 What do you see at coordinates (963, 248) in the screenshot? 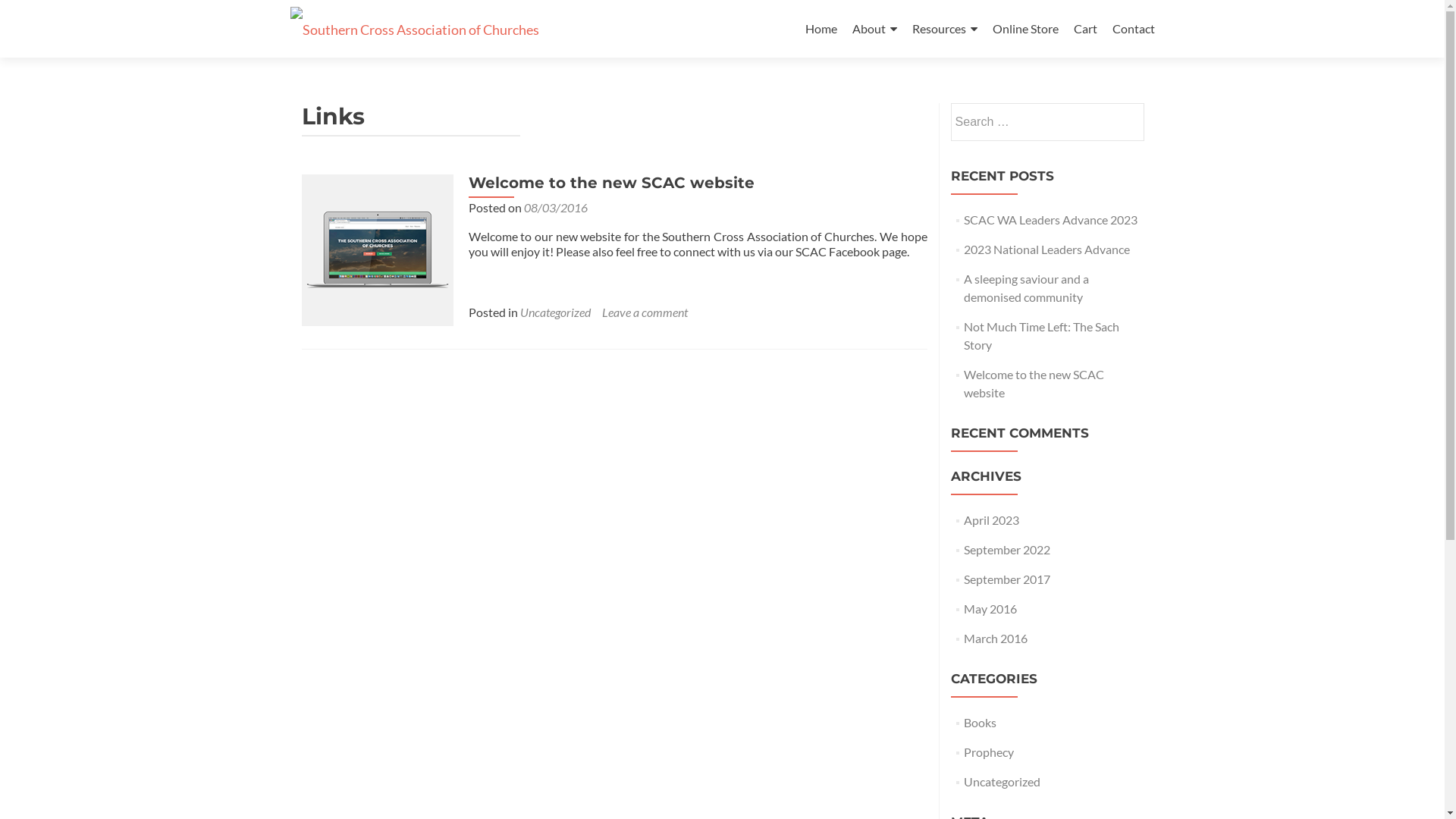
I see `'2023 National Leaders Advance'` at bounding box center [963, 248].